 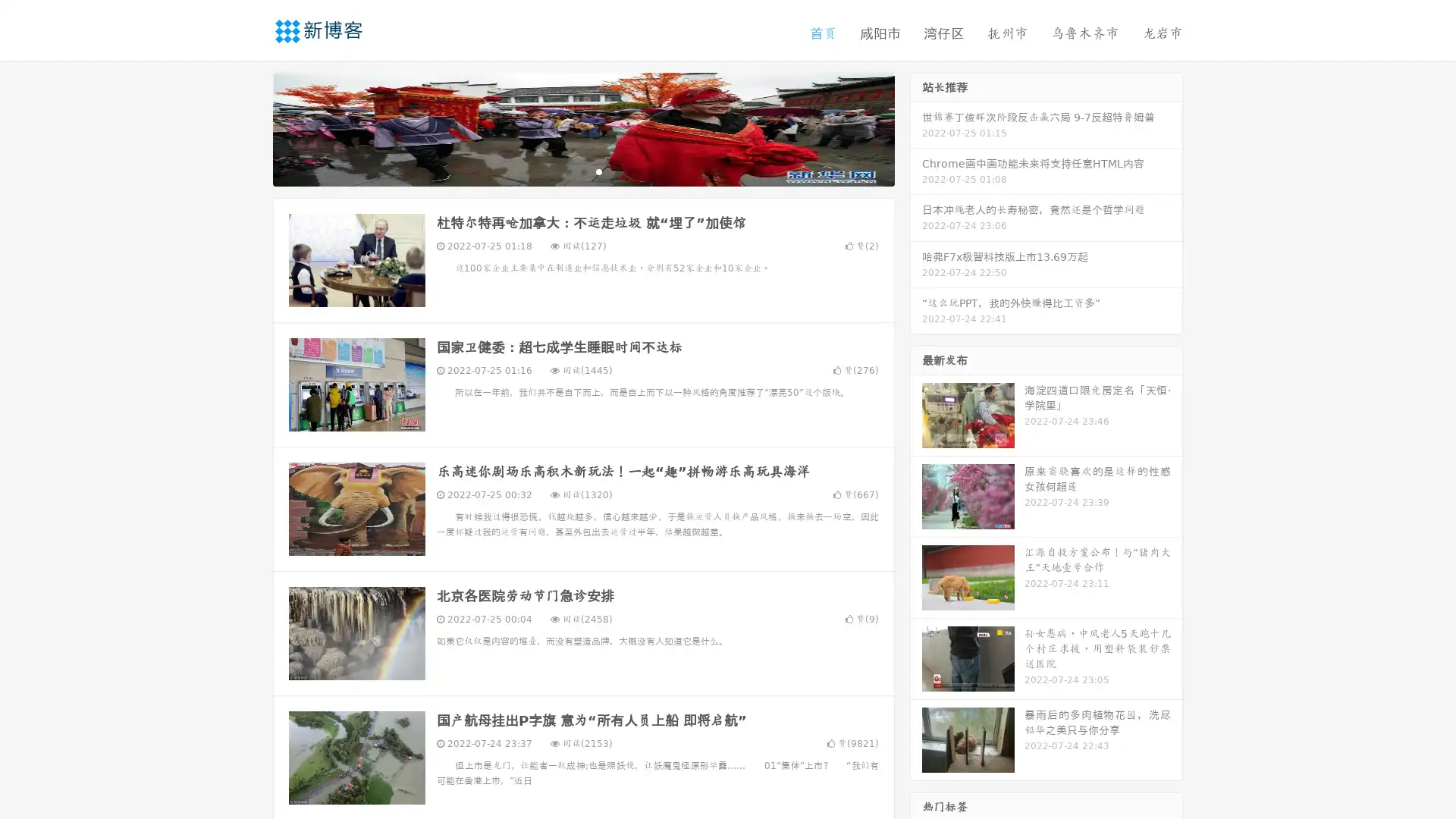 What do you see at coordinates (598, 171) in the screenshot?
I see `Go to slide 3` at bounding box center [598, 171].